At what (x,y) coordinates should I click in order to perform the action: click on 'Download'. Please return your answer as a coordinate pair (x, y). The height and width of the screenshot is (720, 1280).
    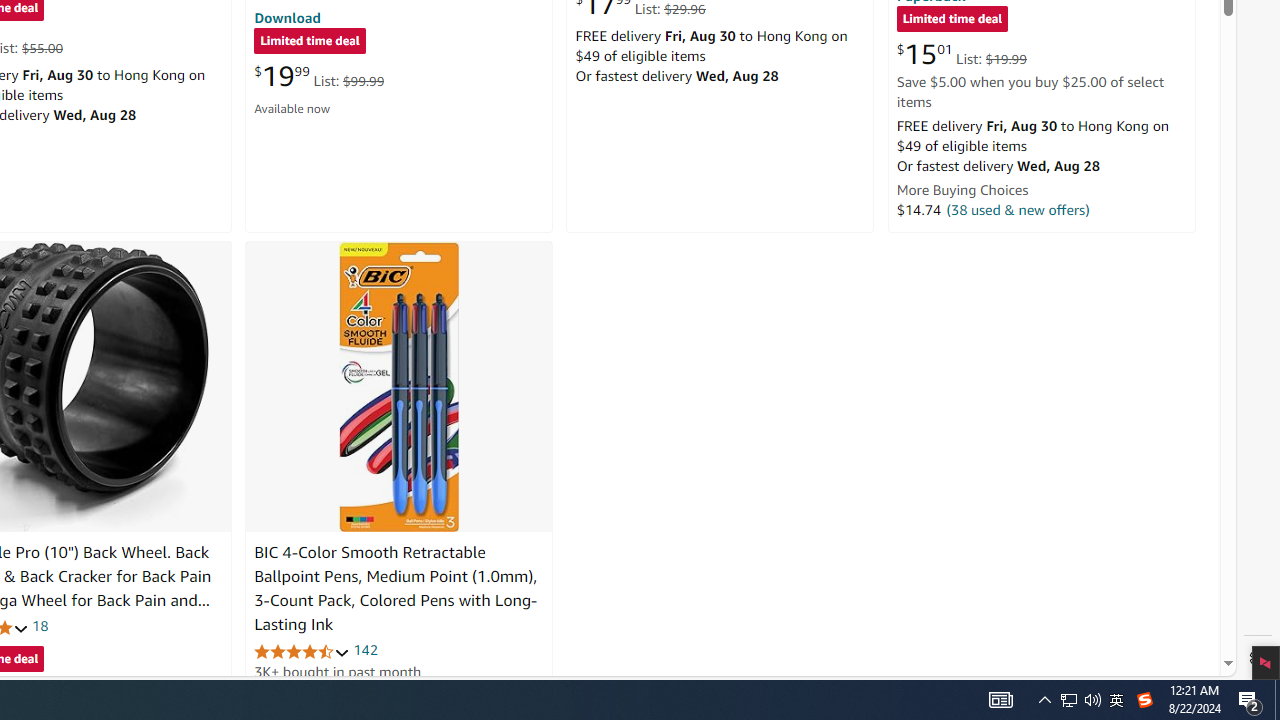
    Looking at the image, I should click on (286, 17).